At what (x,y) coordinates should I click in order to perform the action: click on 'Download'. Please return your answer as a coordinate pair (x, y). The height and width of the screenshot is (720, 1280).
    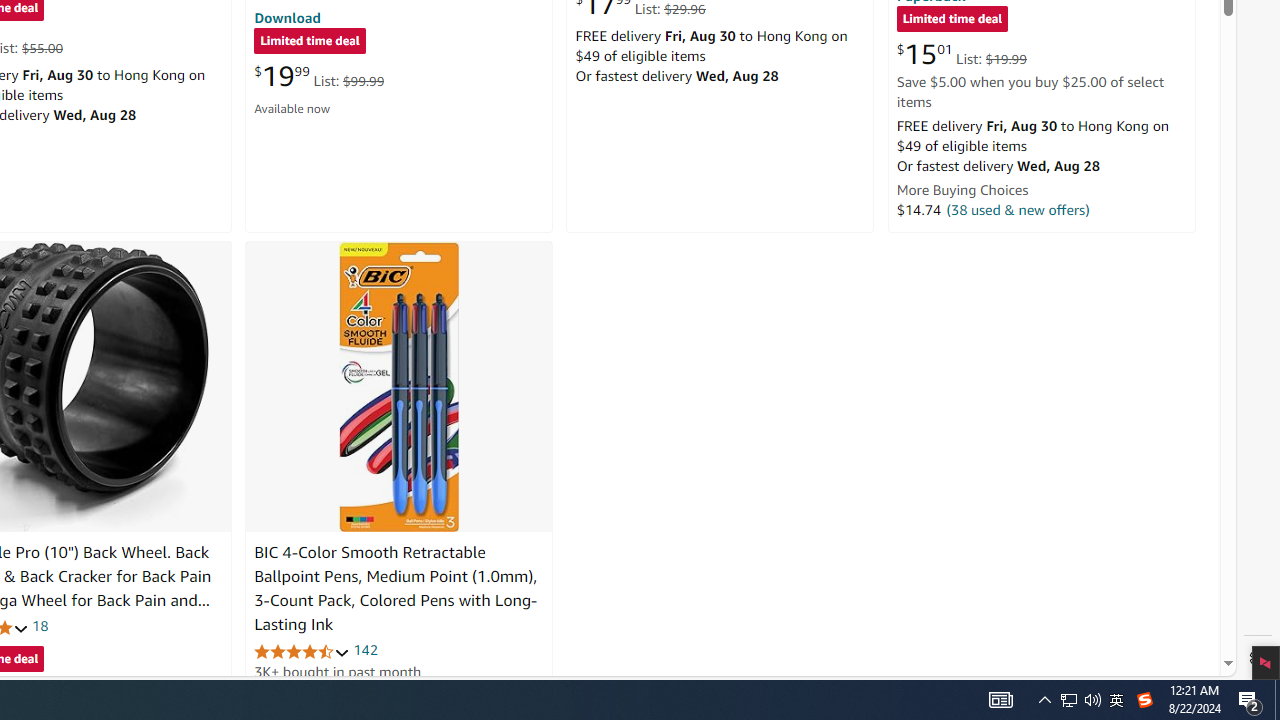
    Looking at the image, I should click on (286, 17).